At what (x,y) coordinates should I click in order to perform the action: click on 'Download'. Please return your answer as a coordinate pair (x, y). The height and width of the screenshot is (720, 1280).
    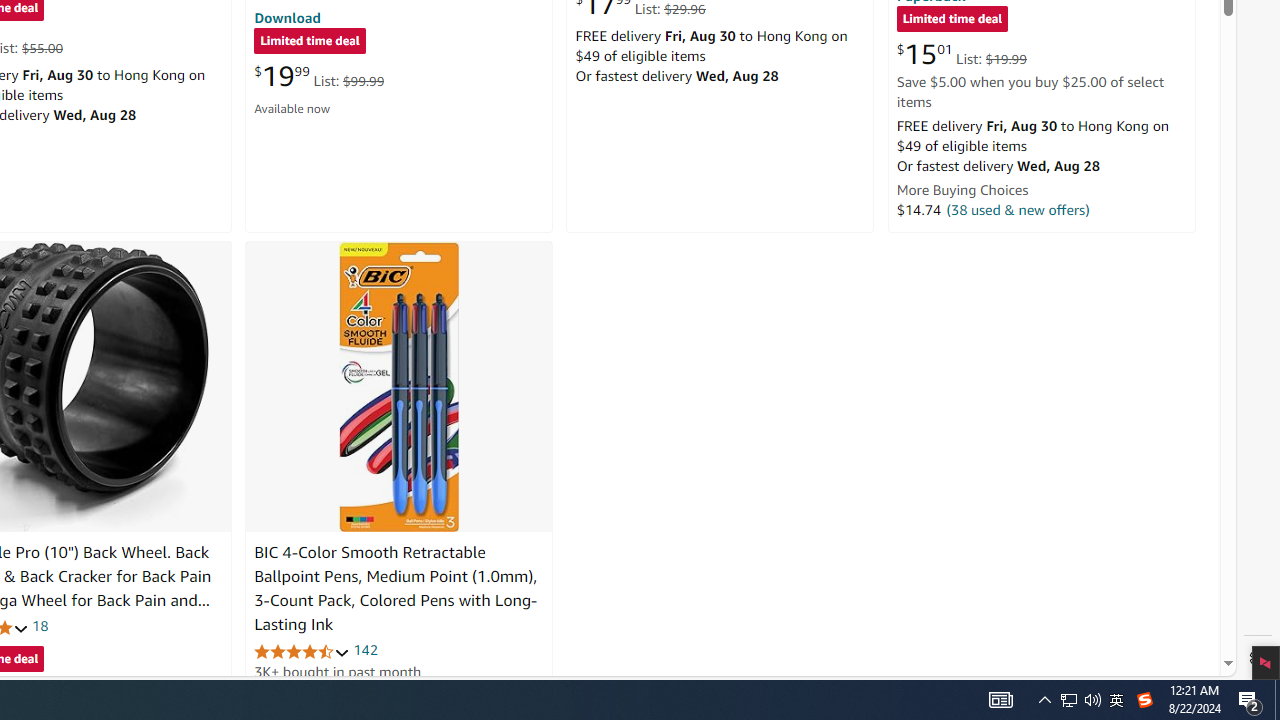
    Looking at the image, I should click on (286, 17).